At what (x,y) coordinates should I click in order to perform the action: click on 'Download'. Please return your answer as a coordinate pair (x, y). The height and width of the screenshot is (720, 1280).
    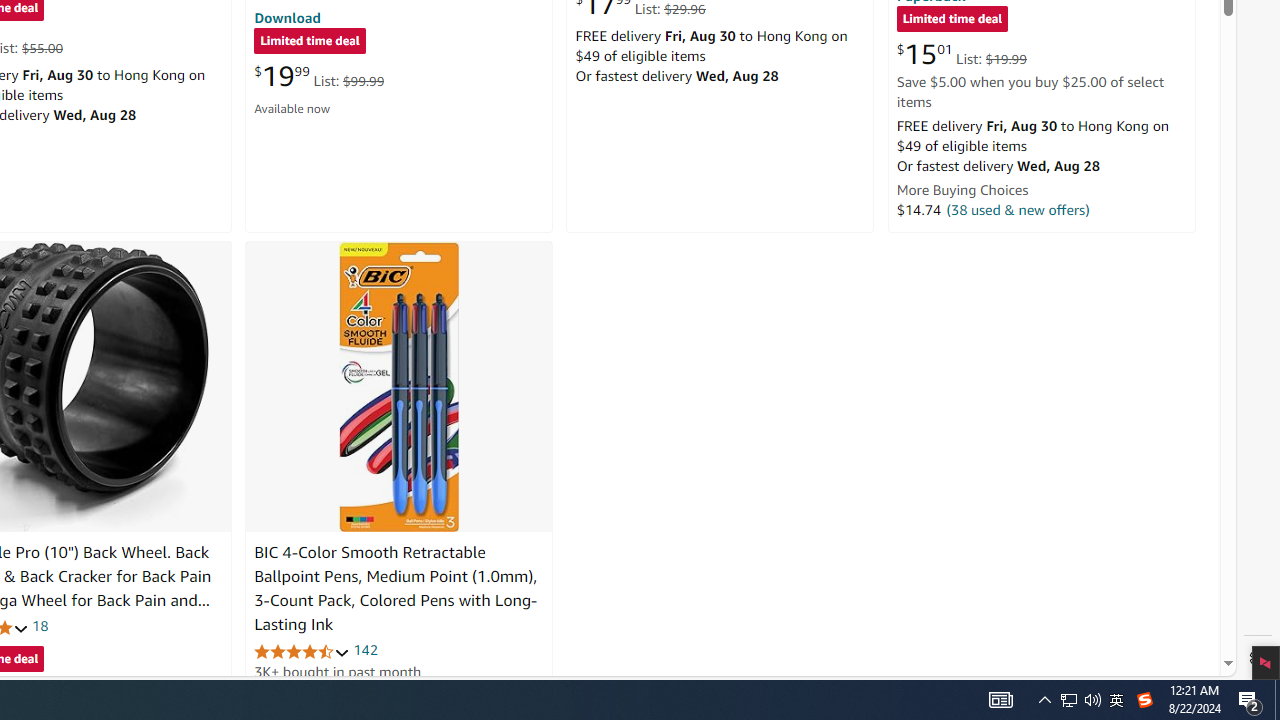
    Looking at the image, I should click on (286, 17).